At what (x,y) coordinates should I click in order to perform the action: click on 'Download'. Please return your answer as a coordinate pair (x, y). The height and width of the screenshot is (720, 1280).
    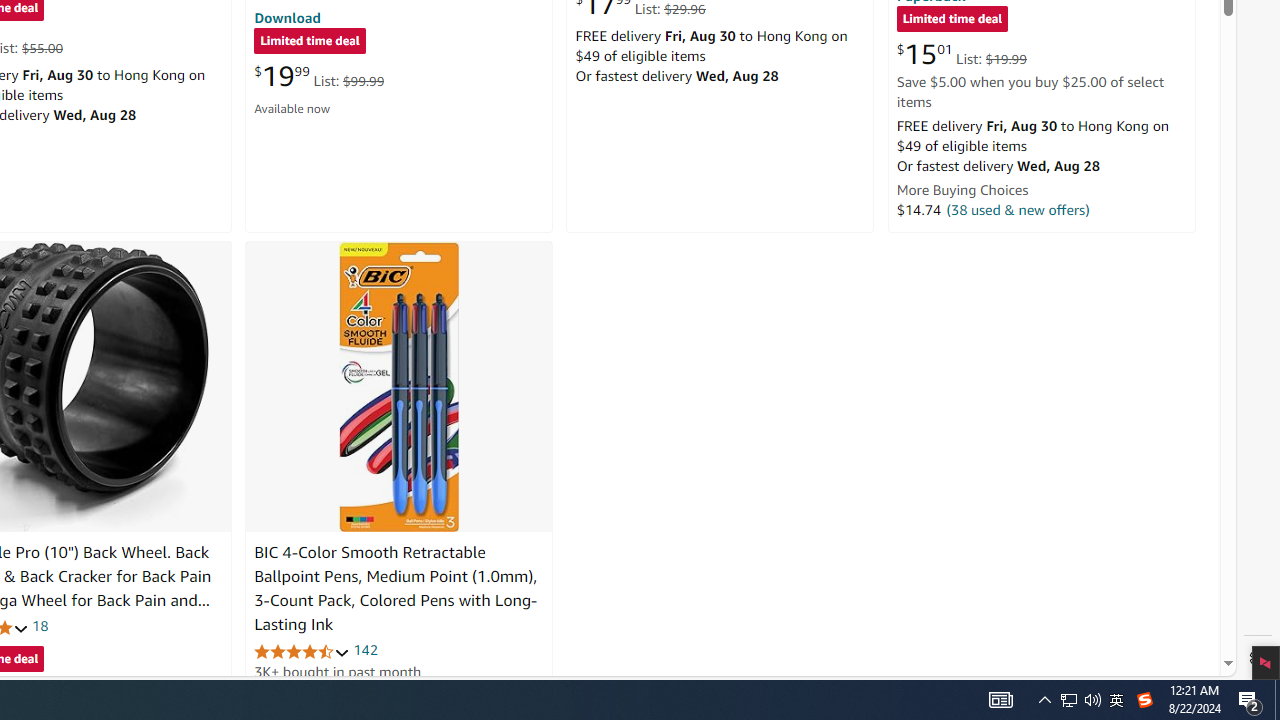
    Looking at the image, I should click on (286, 17).